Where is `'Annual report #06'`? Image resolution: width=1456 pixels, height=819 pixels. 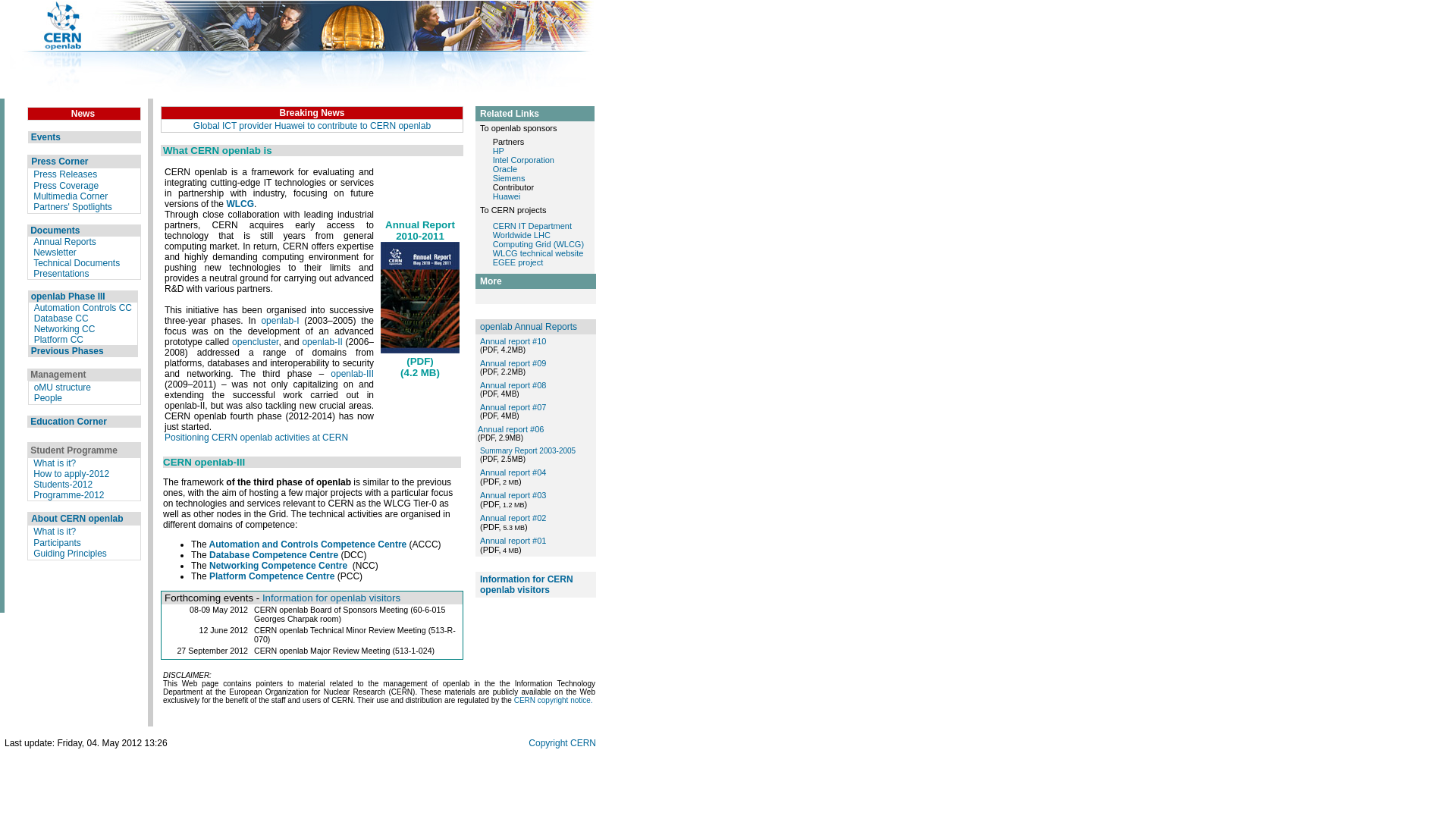
'Annual report #06' is located at coordinates (510, 429).